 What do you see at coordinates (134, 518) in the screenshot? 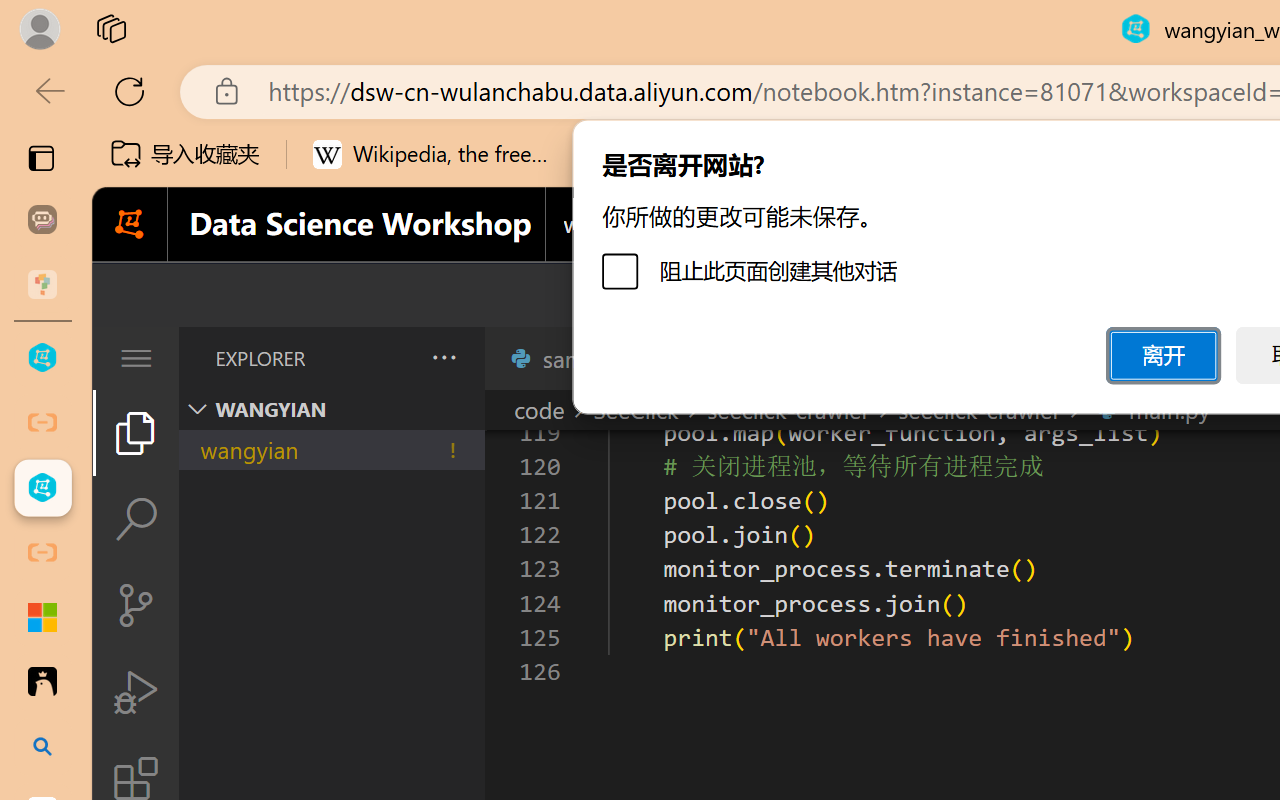
I see `'Search (Ctrl+Shift+F)'` at bounding box center [134, 518].